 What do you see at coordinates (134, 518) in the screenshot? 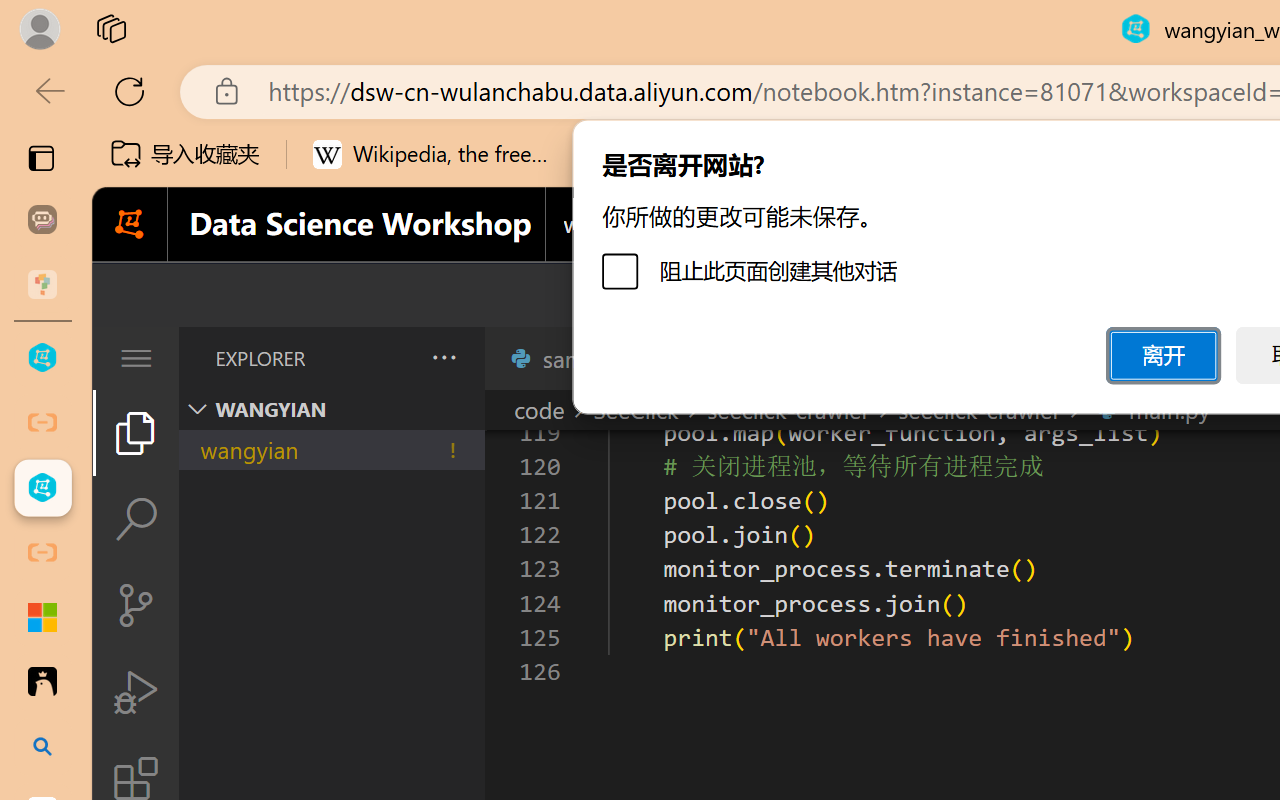
I see `'Search (Ctrl+Shift+F)'` at bounding box center [134, 518].